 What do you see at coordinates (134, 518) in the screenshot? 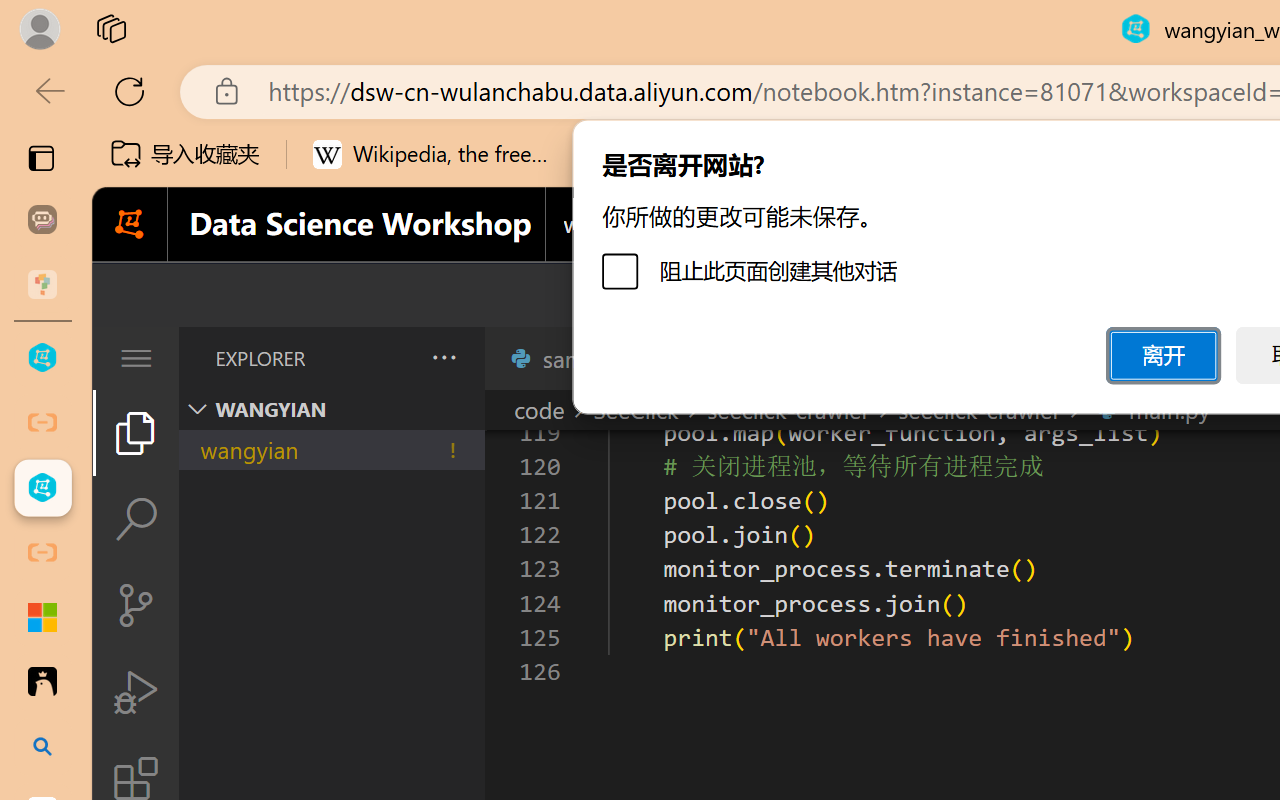
I see `'Search (Ctrl+Shift+F)'` at bounding box center [134, 518].